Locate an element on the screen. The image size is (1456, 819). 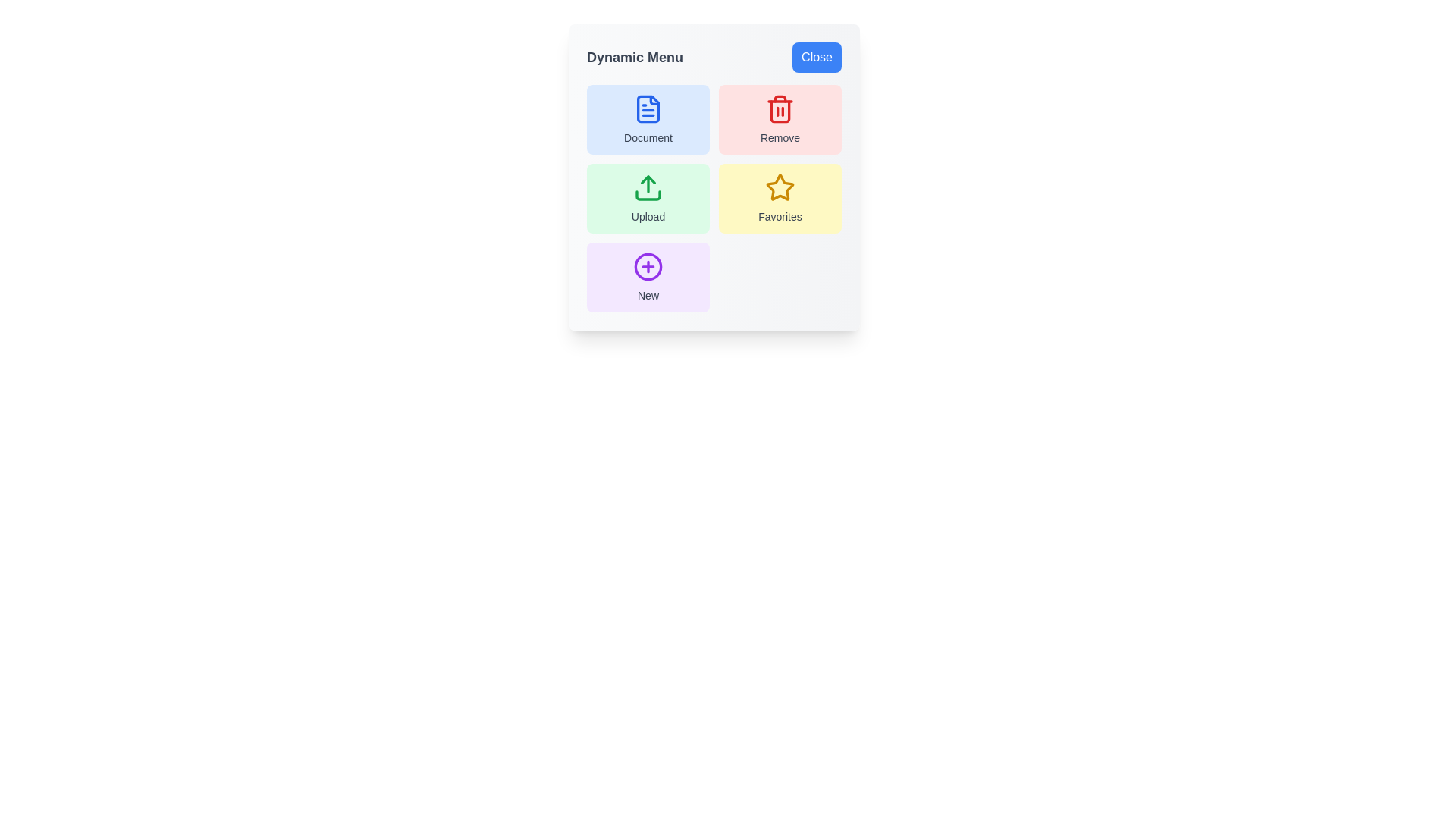
the 'Upload' button, which is a rounded rectangular button with a green background and an upward arrow icon is located at coordinates (648, 198).